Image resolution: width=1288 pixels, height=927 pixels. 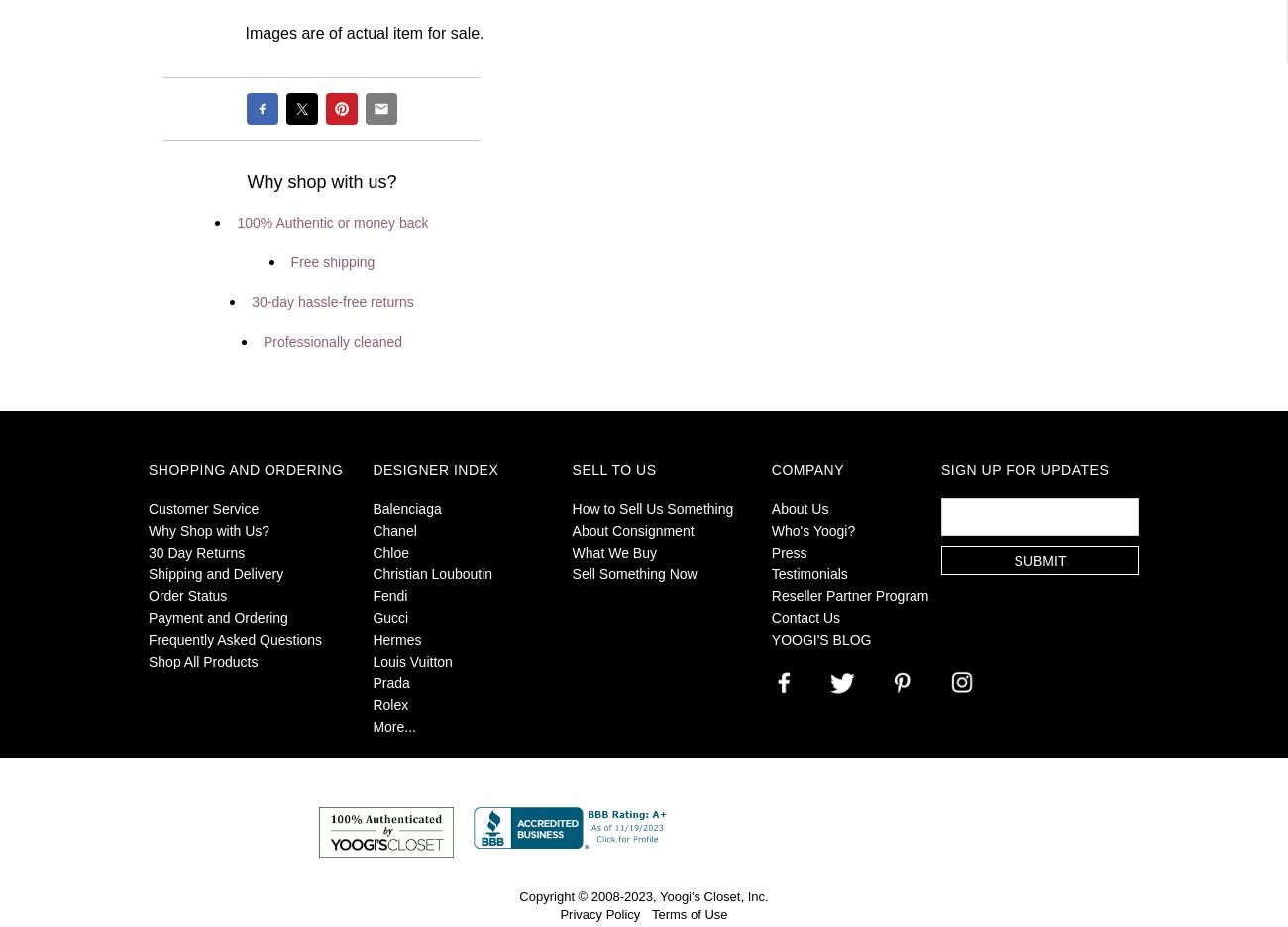 I want to click on 'Prada', so click(x=390, y=683).